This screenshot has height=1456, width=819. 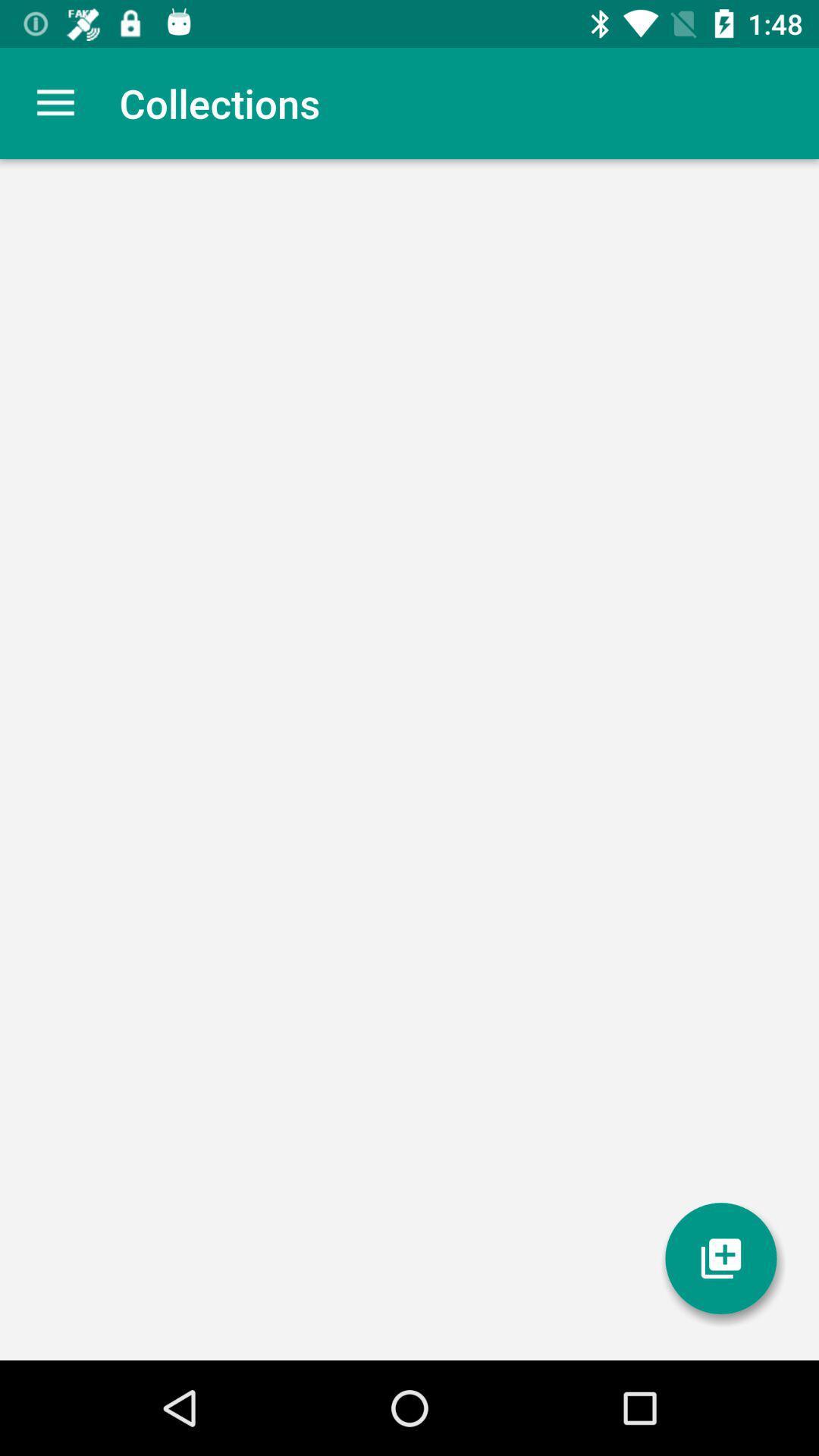 What do you see at coordinates (55, 102) in the screenshot?
I see `the app to the left of the collections icon` at bounding box center [55, 102].